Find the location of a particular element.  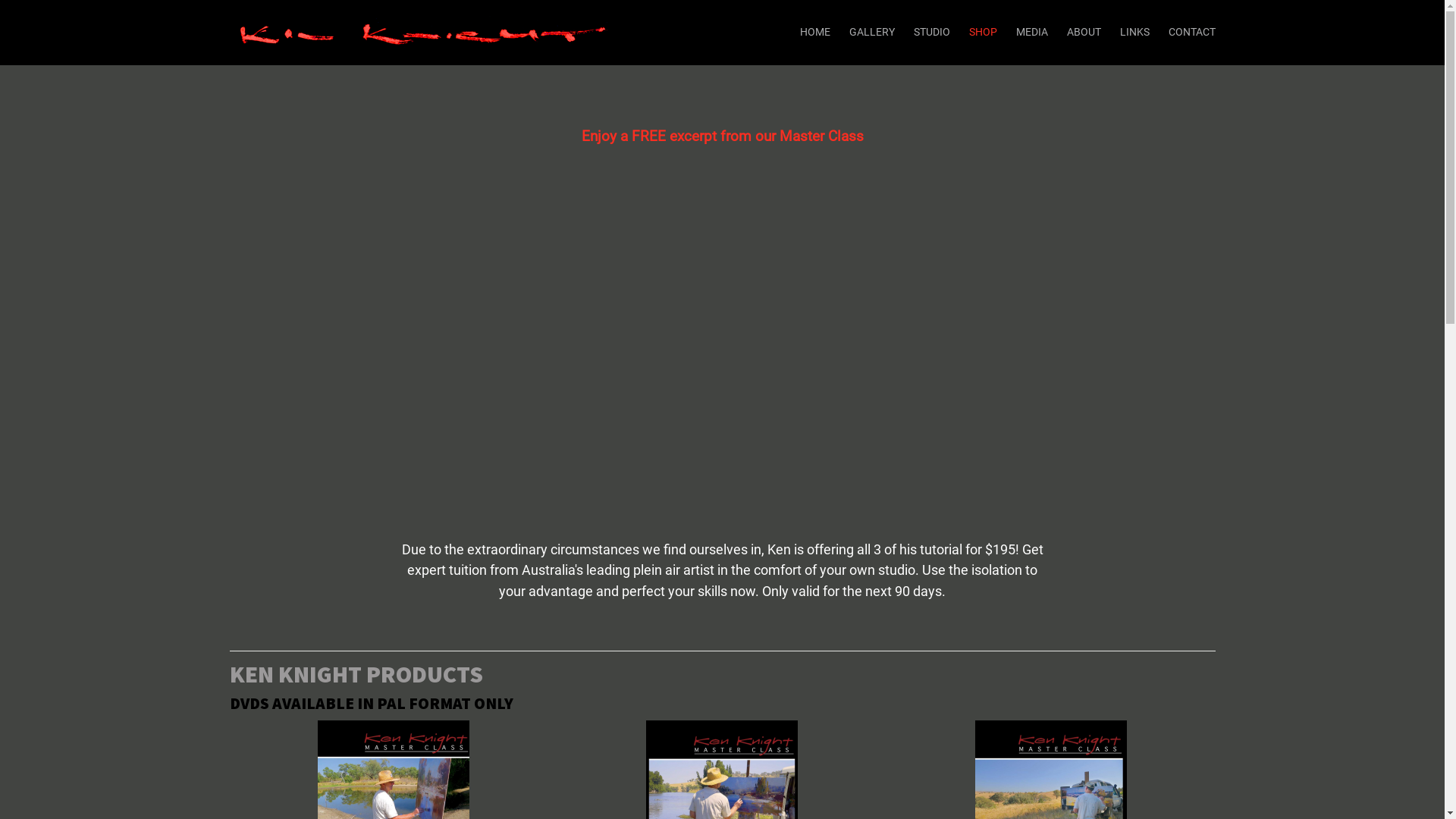

'Ken Knight Master Class - Waterhole Series' is located at coordinates (393, 795).